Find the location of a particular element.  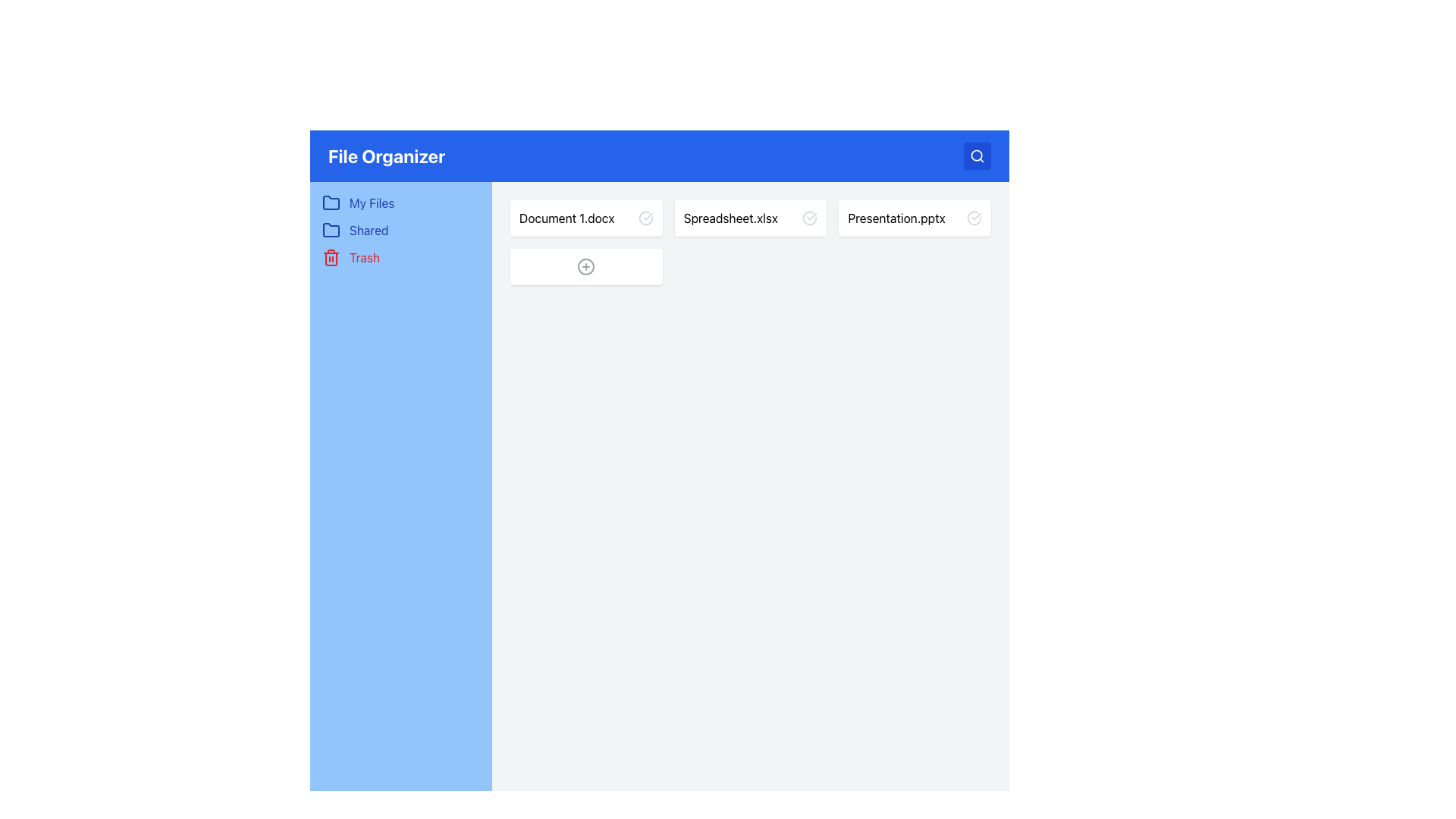

the folder icon located on the left sidebar of the File Organizer interface is located at coordinates (330, 231).